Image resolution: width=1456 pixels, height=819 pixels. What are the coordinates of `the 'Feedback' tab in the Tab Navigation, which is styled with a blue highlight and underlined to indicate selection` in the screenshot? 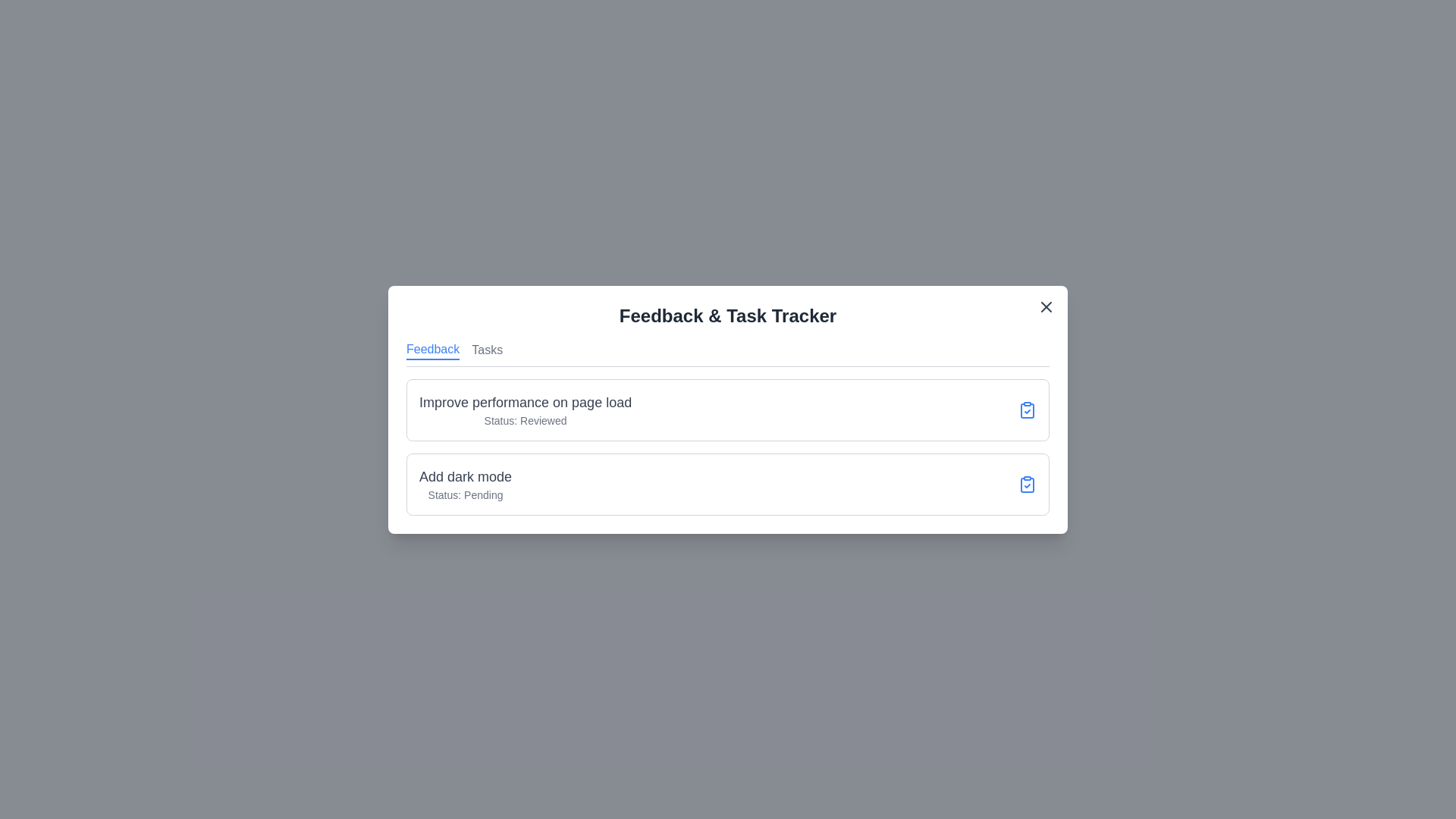 It's located at (728, 353).